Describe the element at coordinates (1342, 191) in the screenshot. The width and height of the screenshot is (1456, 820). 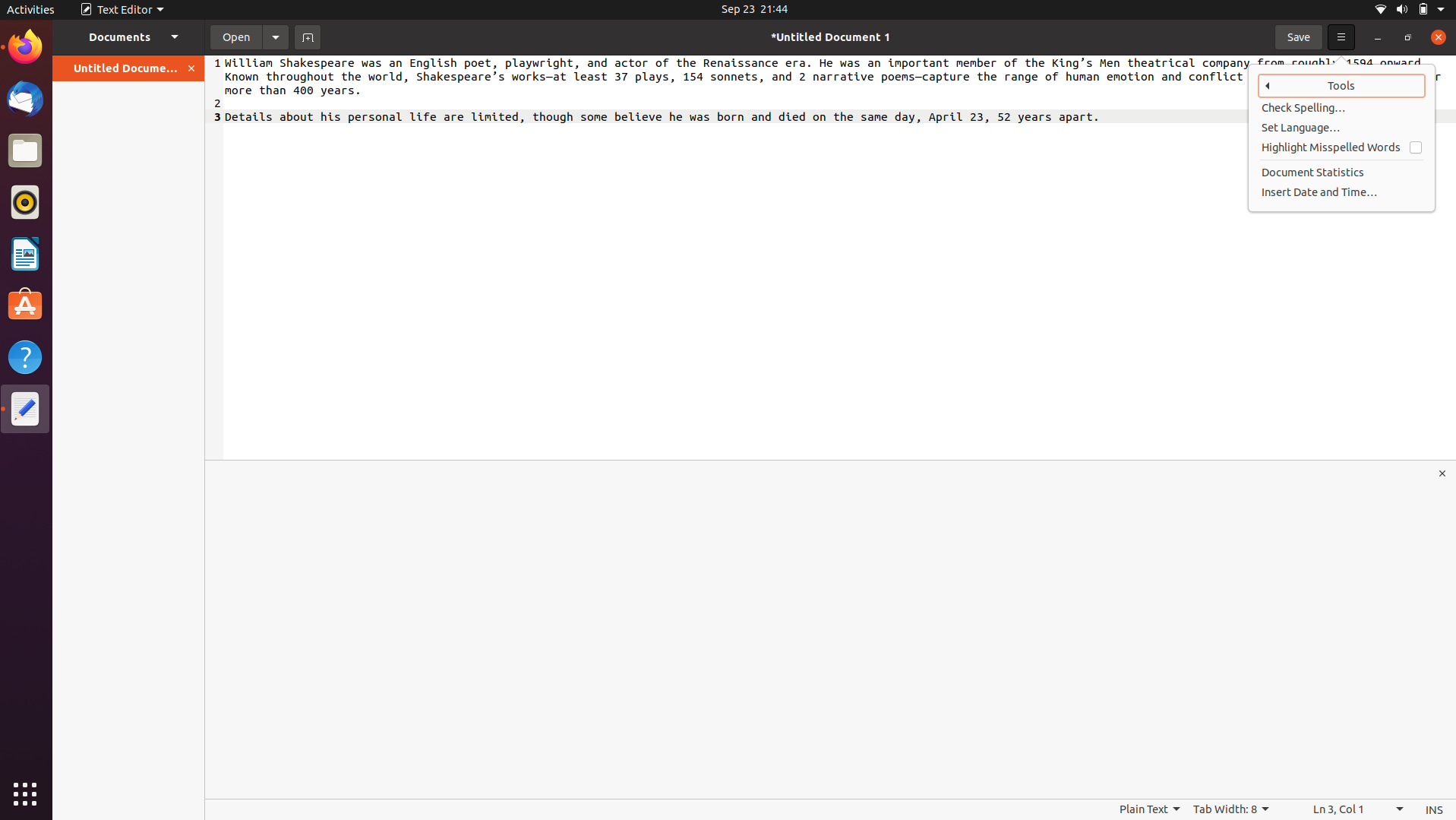
I see `Enter the present date and time` at that location.